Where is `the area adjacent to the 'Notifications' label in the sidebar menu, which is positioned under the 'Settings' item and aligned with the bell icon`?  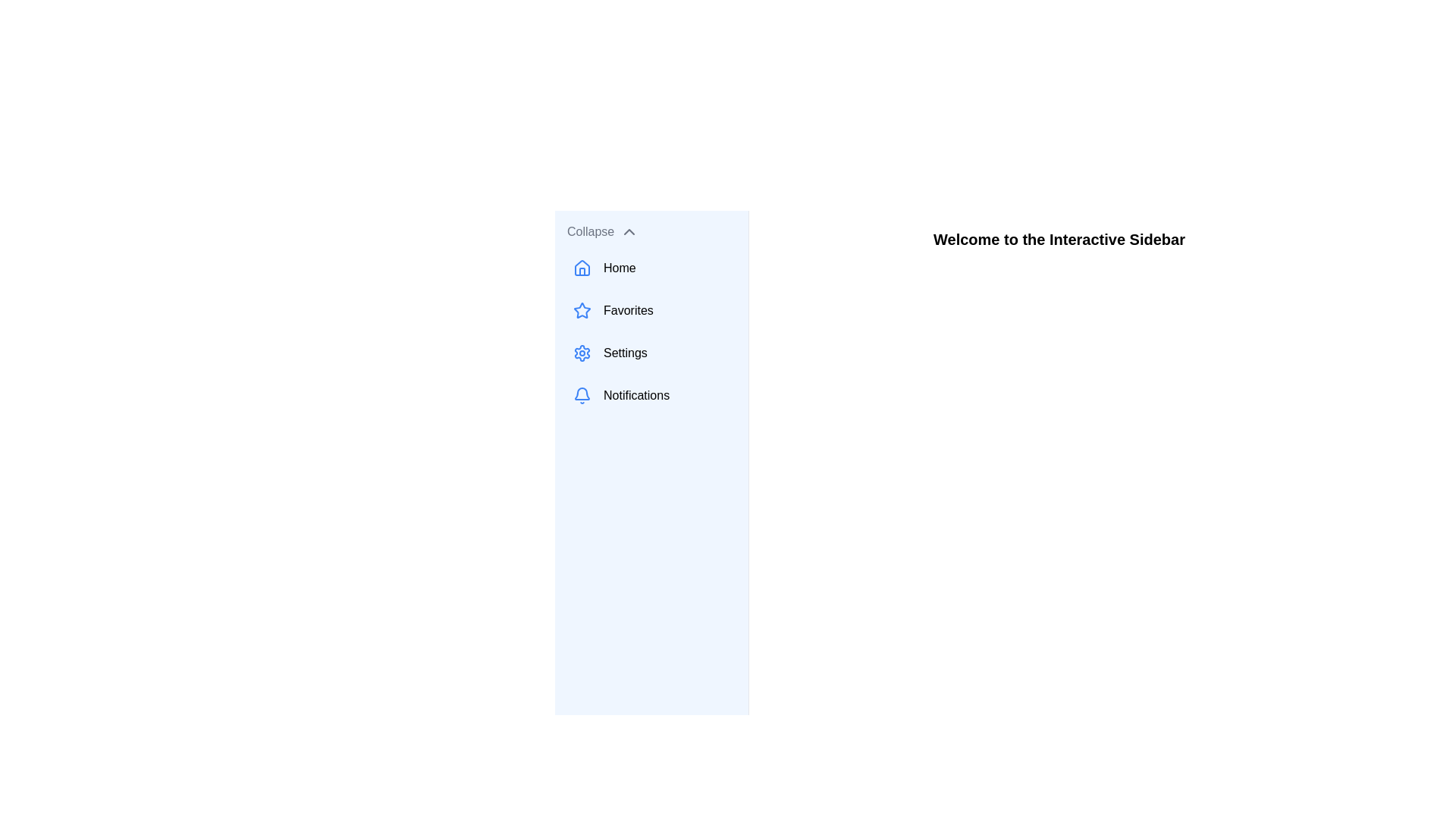
the area adjacent to the 'Notifications' label in the sidebar menu, which is positioned under the 'Settings' item and aligned with the bell icon is located at coordinates (636, 394).